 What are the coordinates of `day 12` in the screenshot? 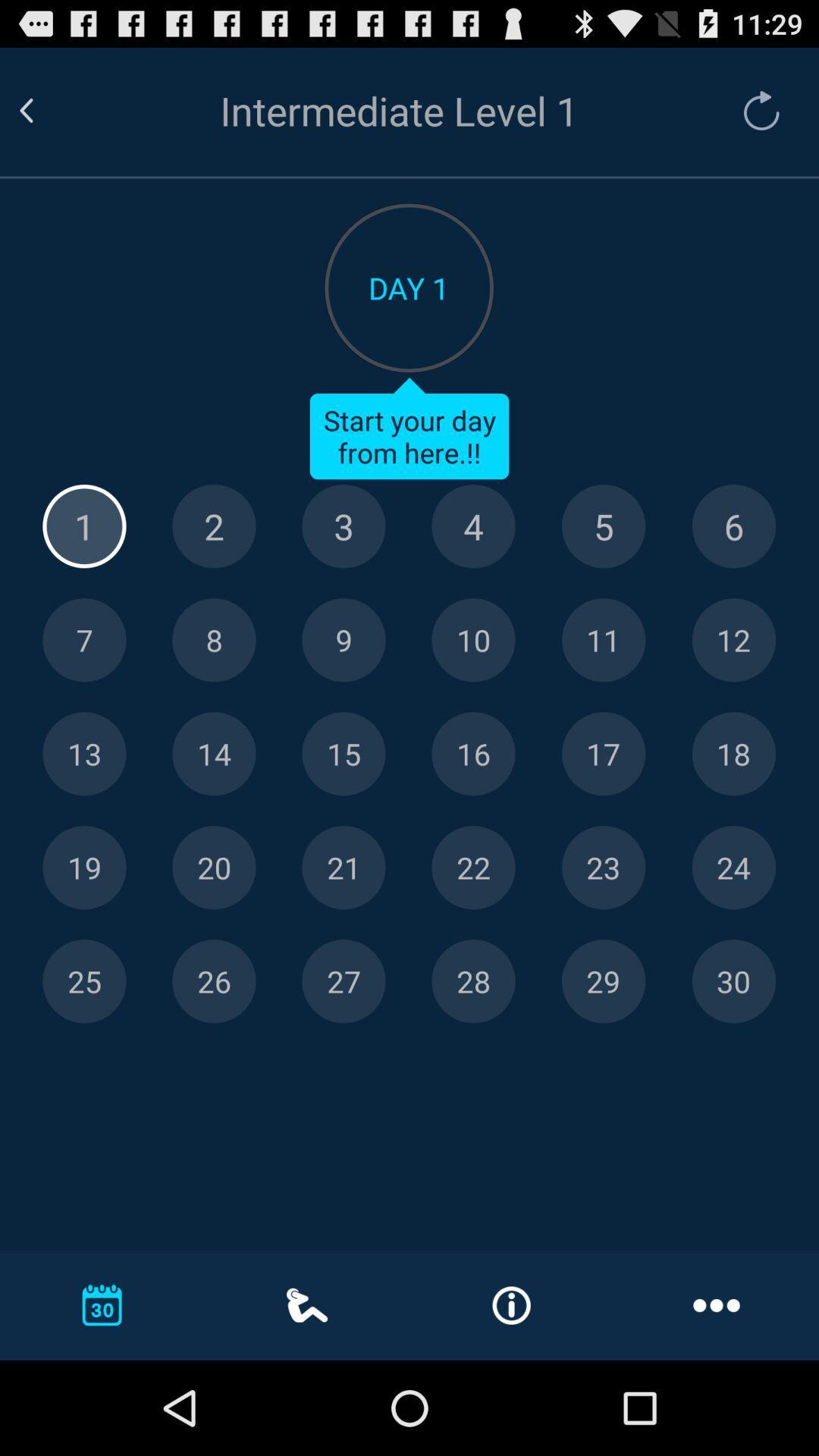 It's located at (733, 640).